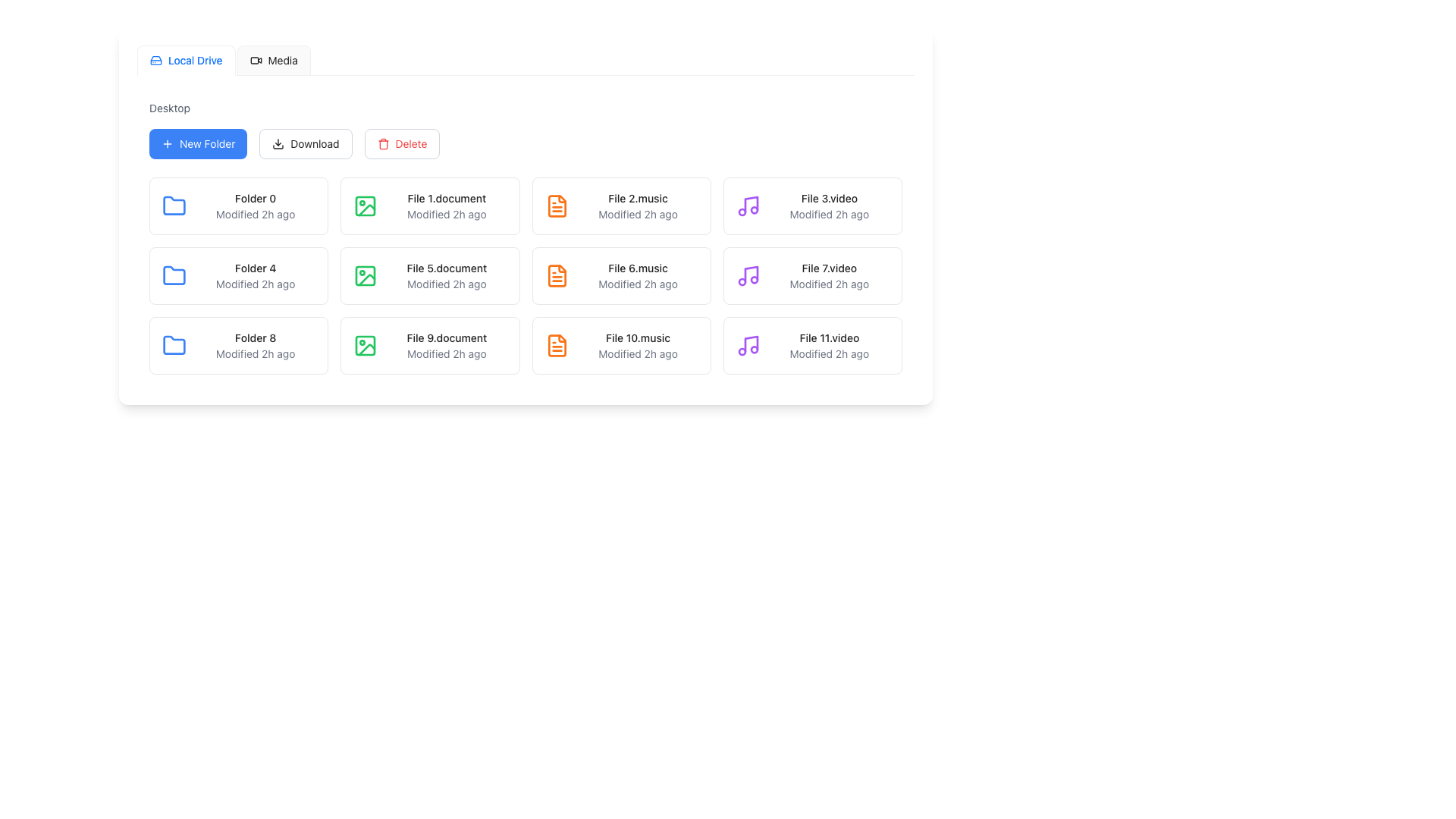 The width and height of the screenshot is (1456, 819). What do you see at coordinates (638, 353) in the screenshot?
I see `the text label that reads 'Modified 2h ago', which is located below the file name 'File 10.music' in the lower-right portion of the layout` at bounding box center [638, 353].